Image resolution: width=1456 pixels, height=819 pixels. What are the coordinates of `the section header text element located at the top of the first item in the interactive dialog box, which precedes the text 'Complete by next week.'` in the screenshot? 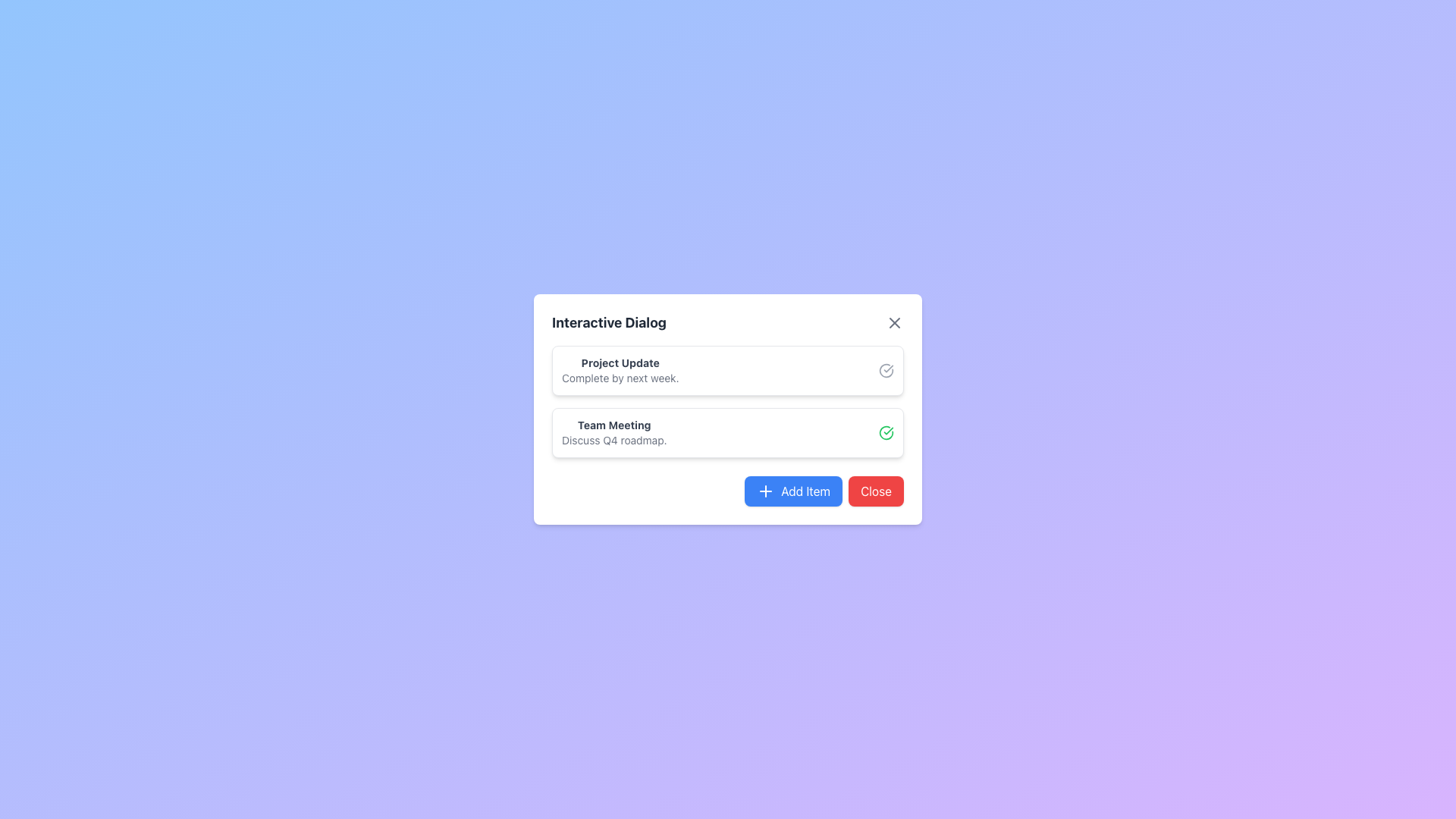 It's located at (620, 362).